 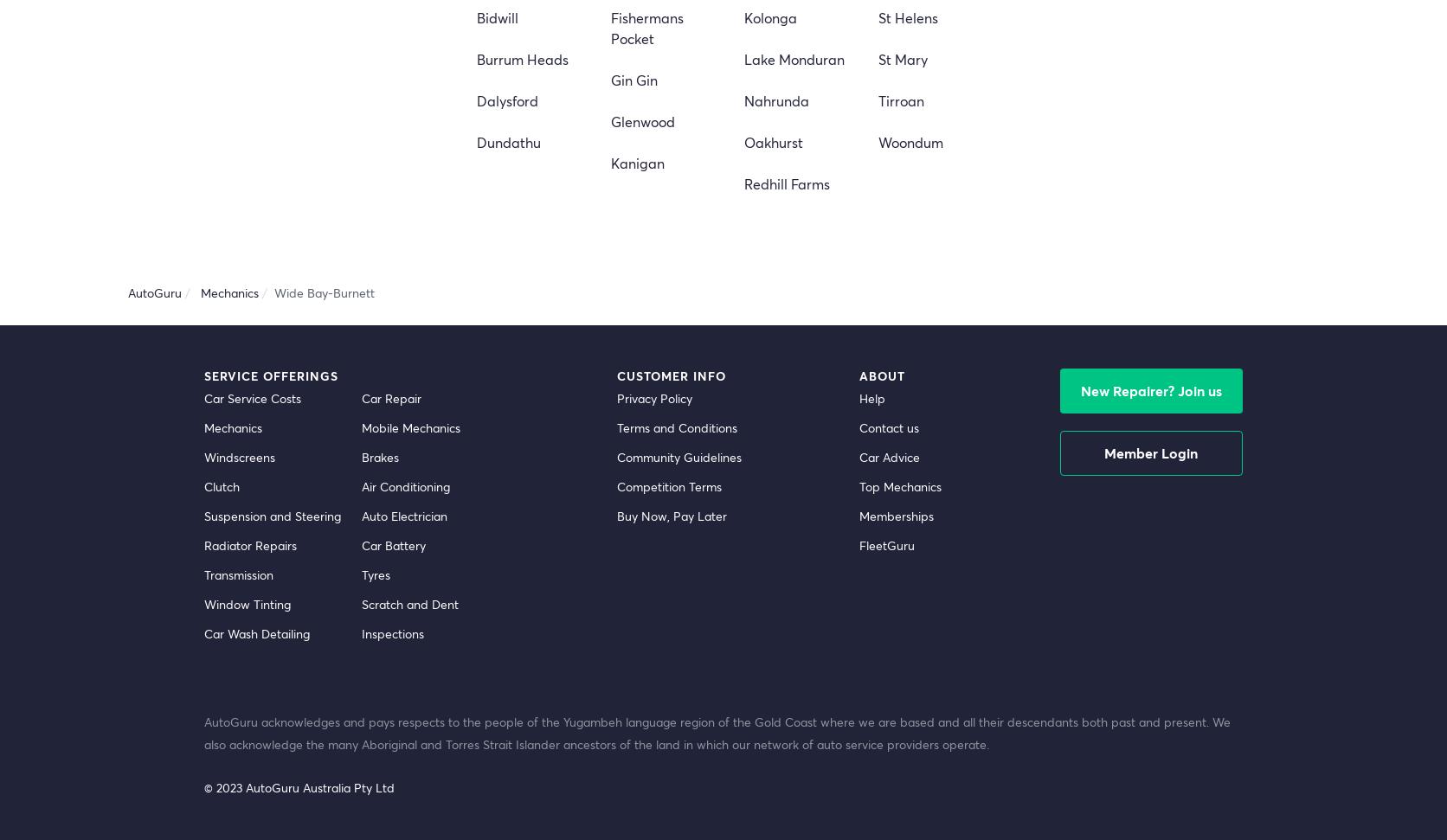 What do you see at coordinates (203, 485) in the screenshot?
I see `'Clutch'` at bounding box center [203, 485].